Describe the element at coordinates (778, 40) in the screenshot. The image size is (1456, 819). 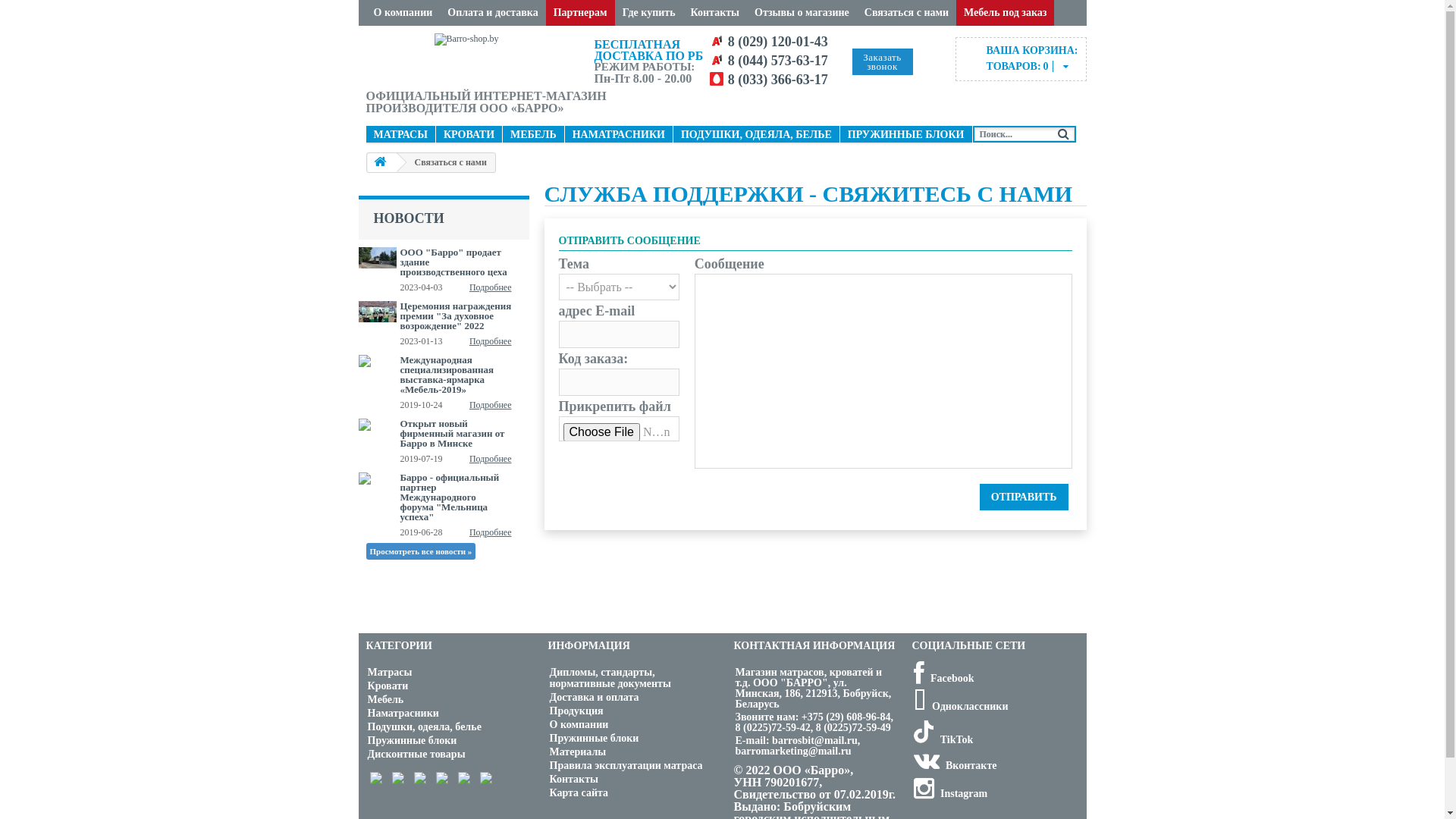
I see `'8 (029) 120-01-43'` at that location.